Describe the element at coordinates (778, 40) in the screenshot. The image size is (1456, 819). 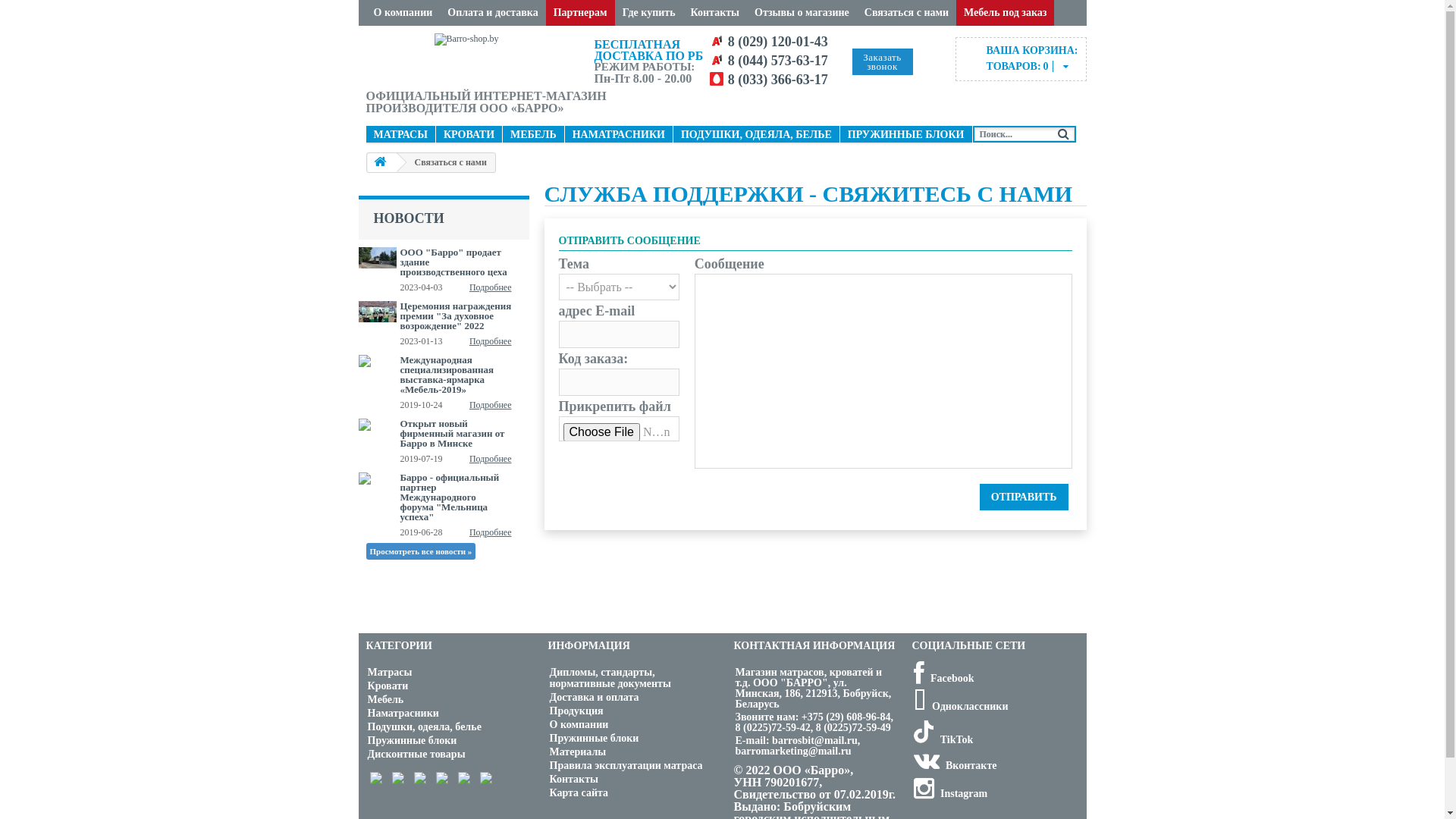
I see `'8 (029) 120-01-43'` at that location.